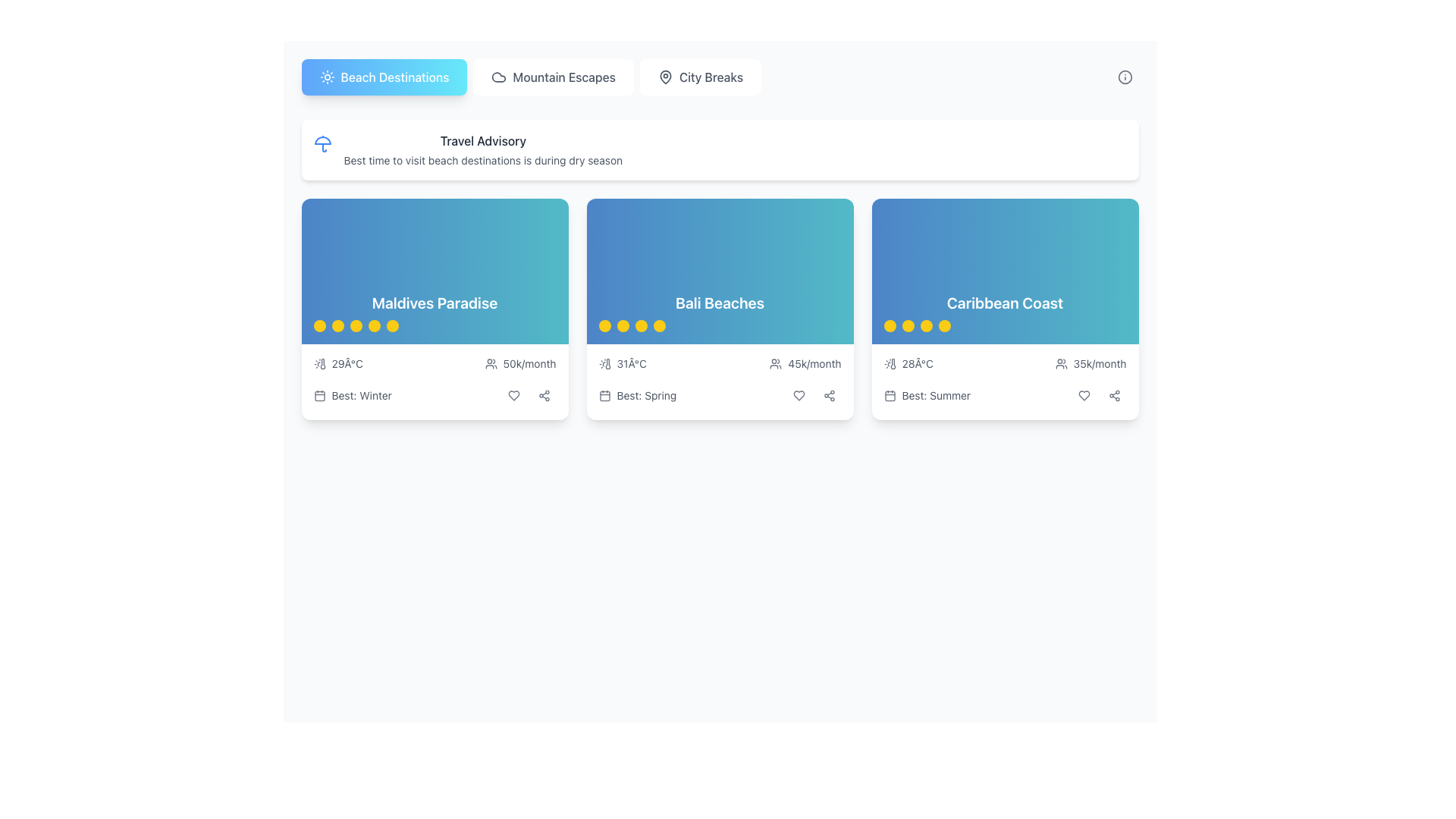 The image size is (1456, 819). What do you see at coordinates (347, 363) in the screenshot?
I see `the temperature display text label (29°C) located in the lower part of the 'Maldives Paradise' card, to the left of the visitor count and 'Best: Winter' text` at bounding box center [347, 363].